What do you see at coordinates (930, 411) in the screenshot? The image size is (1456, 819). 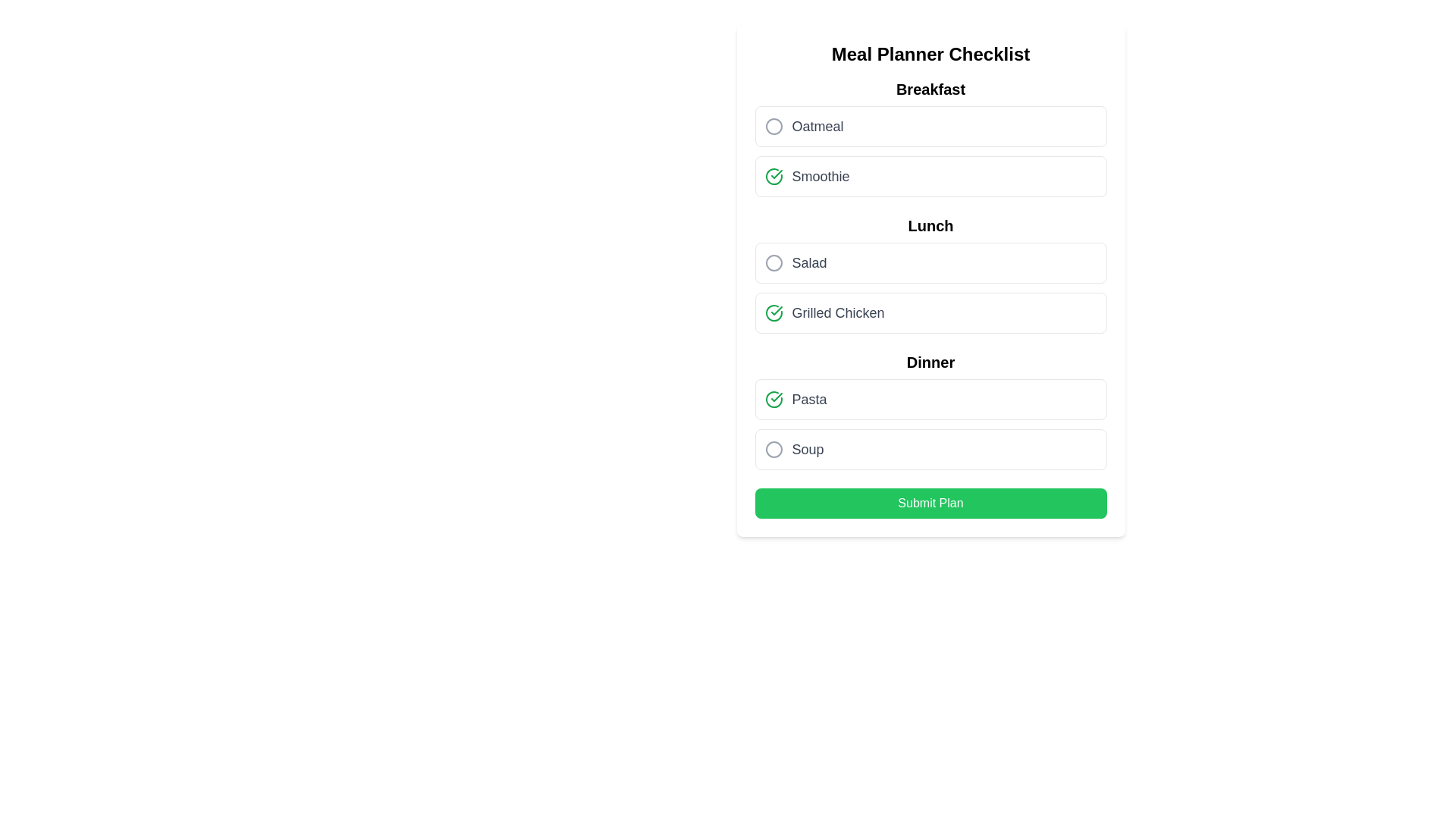 I see `the List group with selectable items located` at bounding box center [930, 411].